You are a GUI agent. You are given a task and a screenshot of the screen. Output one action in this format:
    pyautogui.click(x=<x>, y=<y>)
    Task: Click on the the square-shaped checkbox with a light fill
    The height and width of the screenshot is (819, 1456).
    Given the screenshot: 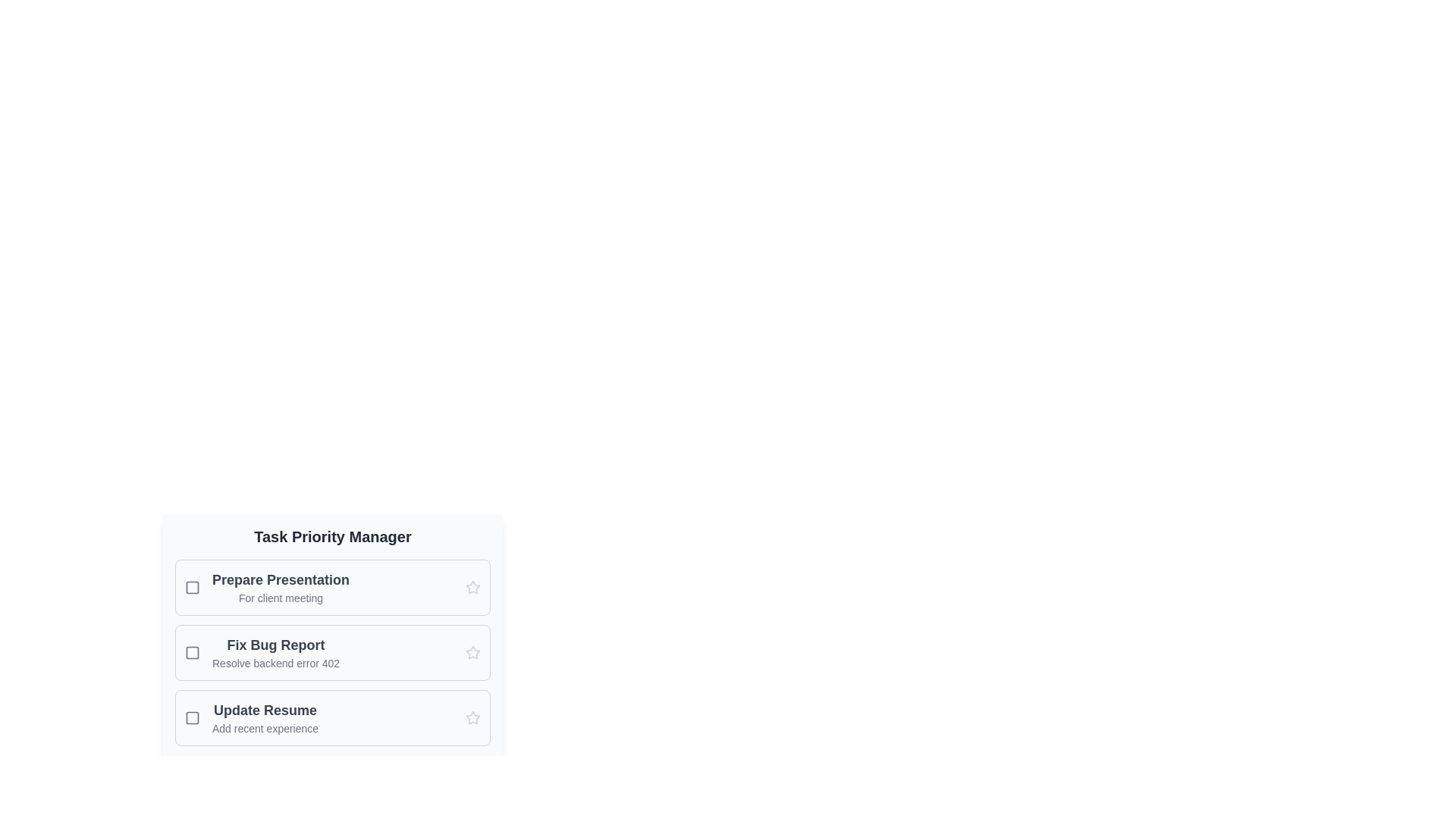 What is the action you would take?
    pyautogui.click(x=192, y=651)
    